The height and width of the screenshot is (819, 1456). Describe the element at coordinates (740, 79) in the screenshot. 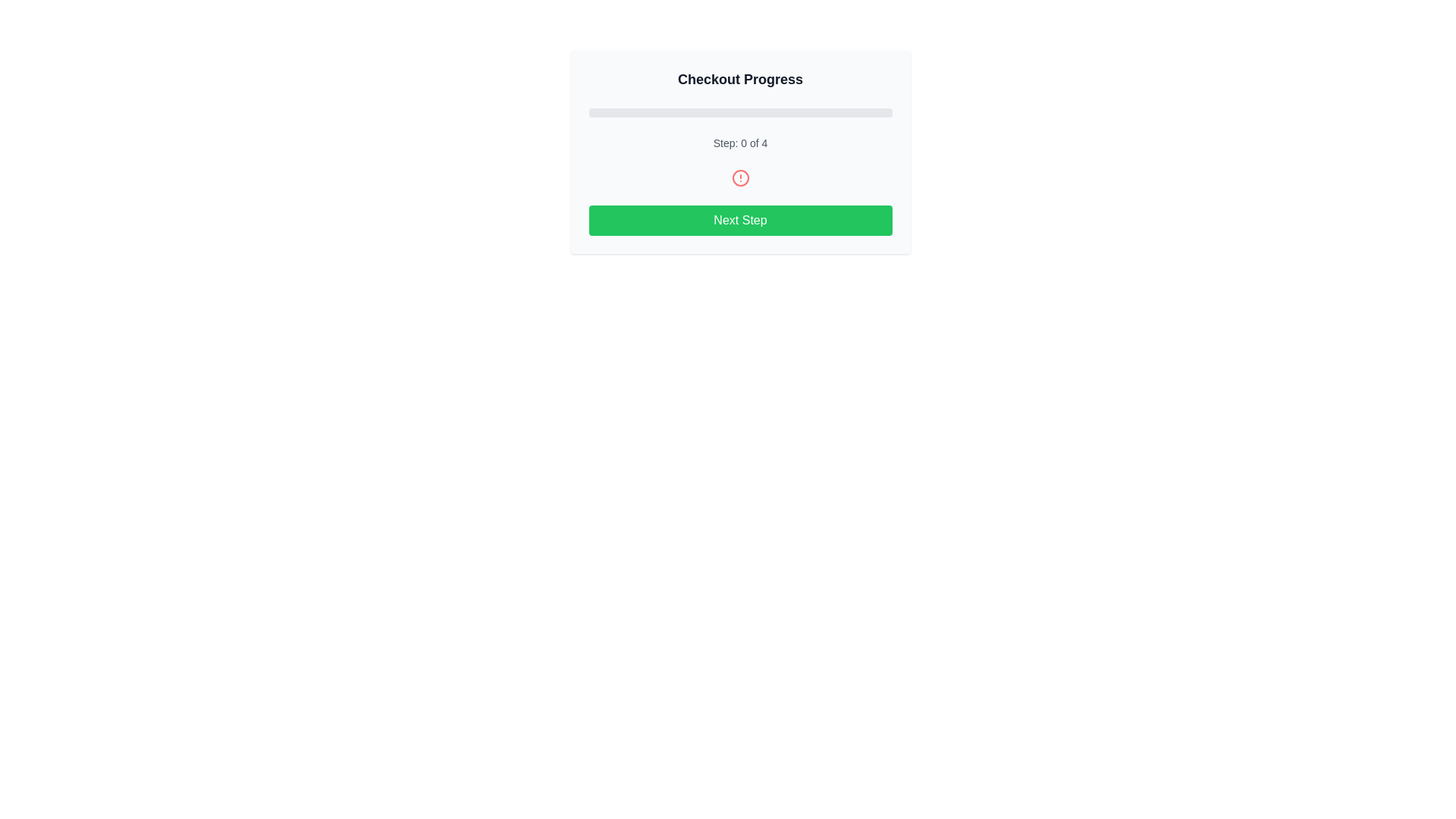

I see `bold, centered text 'Checkout Progress' located at the top of the card-like interface` at that location.